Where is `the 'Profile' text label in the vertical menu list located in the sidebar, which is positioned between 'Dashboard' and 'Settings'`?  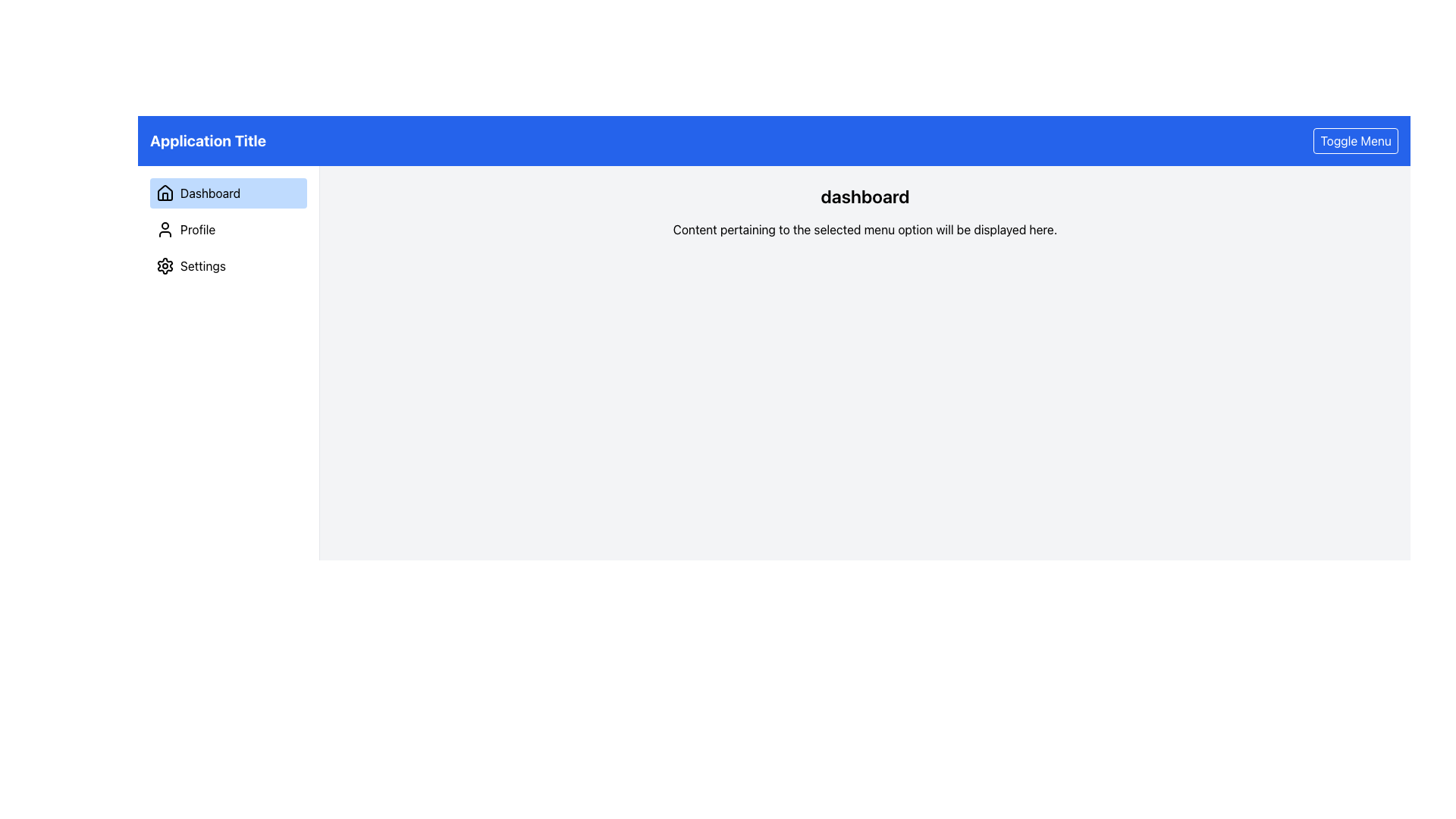 the 'Profile' text label in the vertical menu list located in the sidebar, which is positioned between 'Dashboard' and 'Settings' is located at coordinates (197, 230).